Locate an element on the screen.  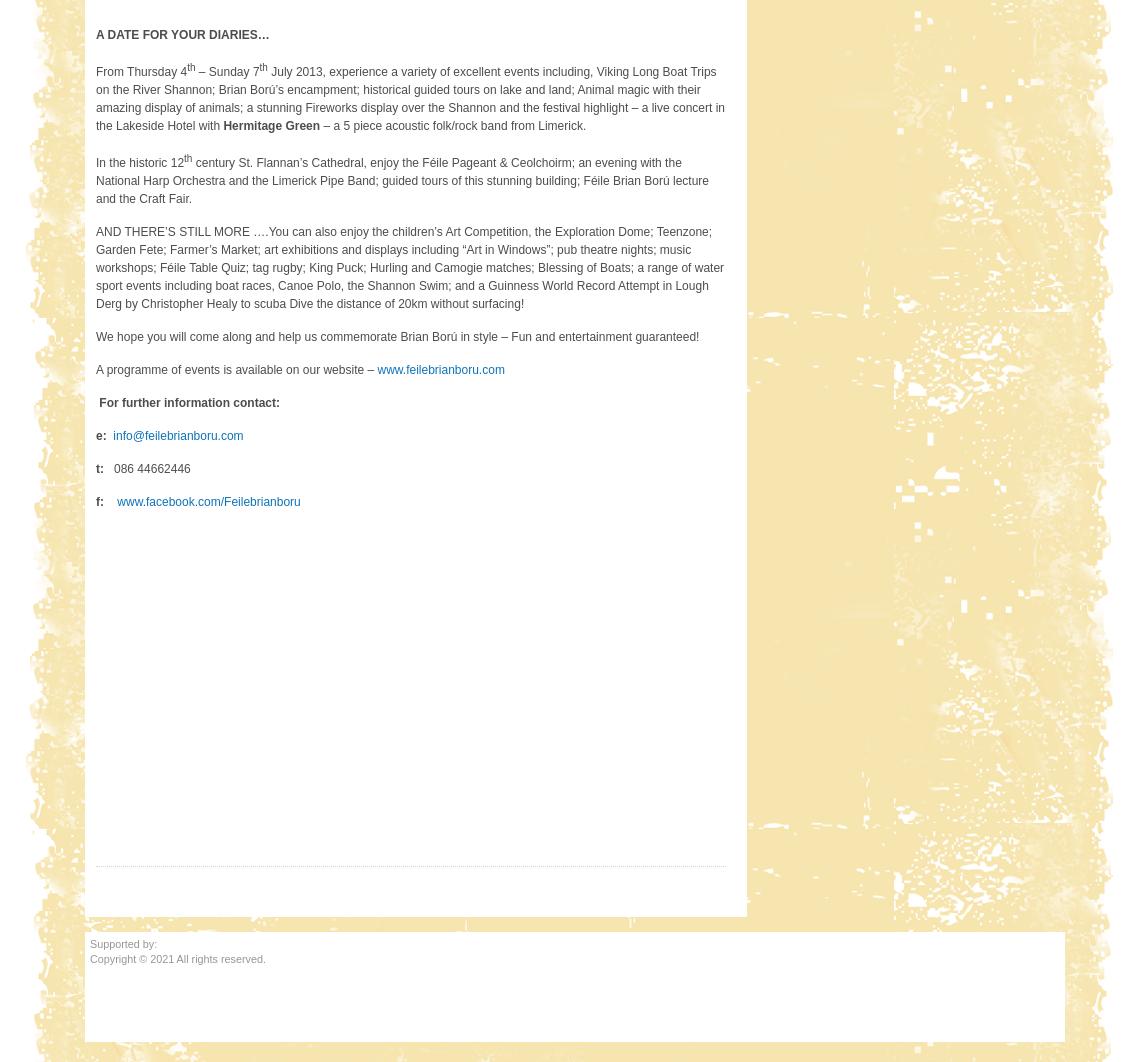
'e:' is located at coordinates (102, 433).